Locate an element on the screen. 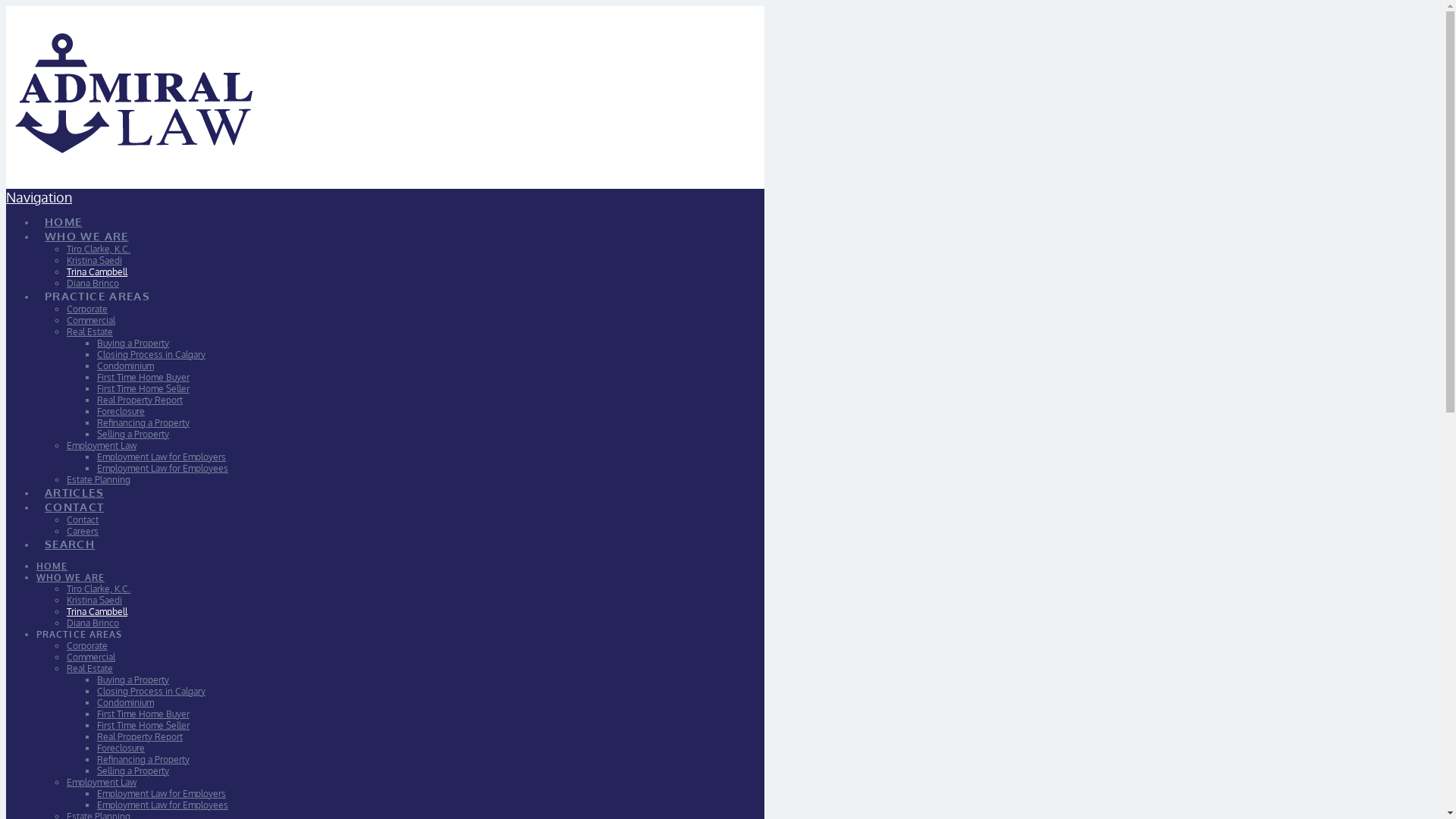 The image size is (1456, 819). 'Navigation' is located at coordinates (39, 196).